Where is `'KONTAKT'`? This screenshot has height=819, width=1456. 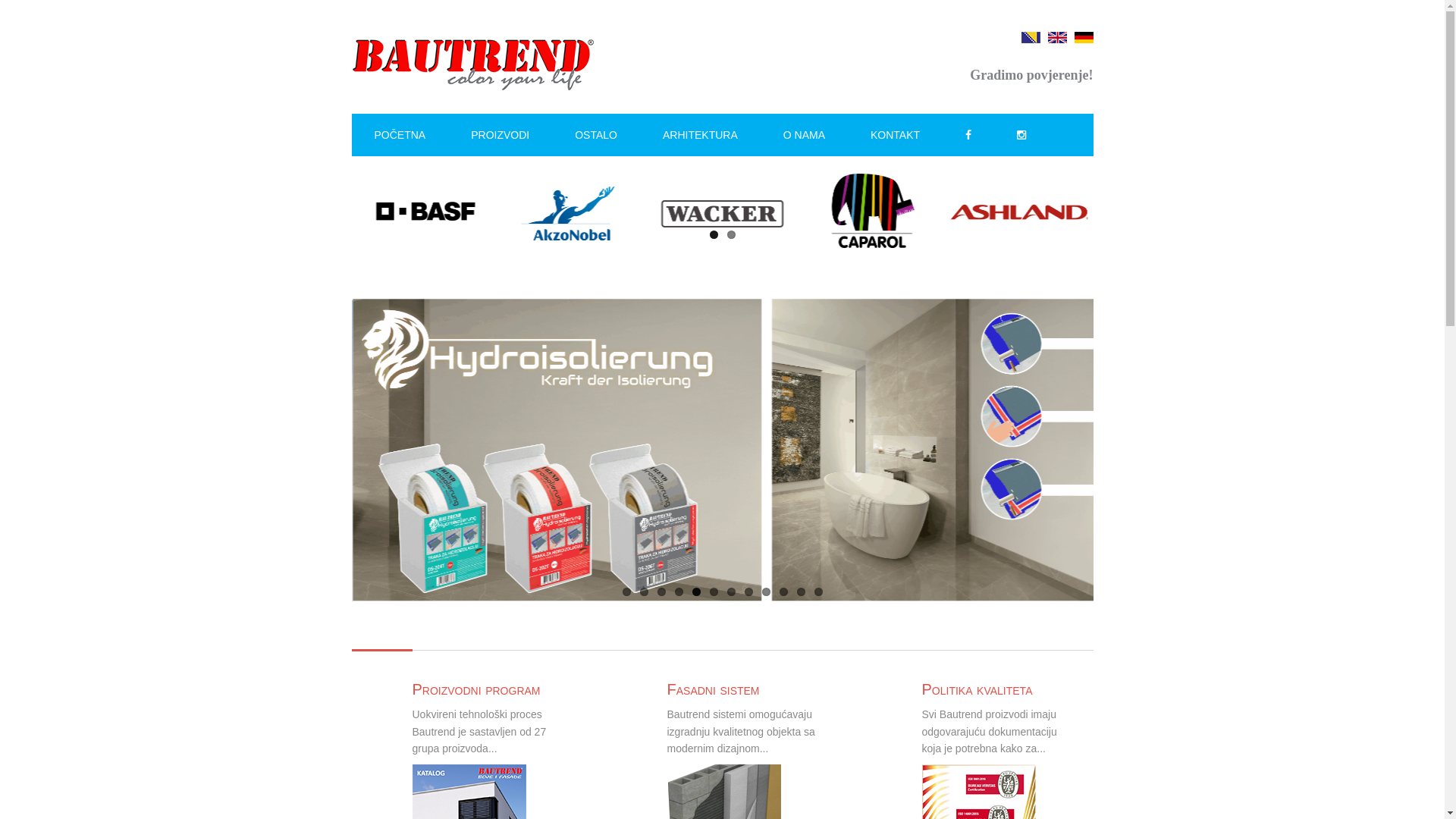 'KONTAKT' is located at coordinates (895, 133).